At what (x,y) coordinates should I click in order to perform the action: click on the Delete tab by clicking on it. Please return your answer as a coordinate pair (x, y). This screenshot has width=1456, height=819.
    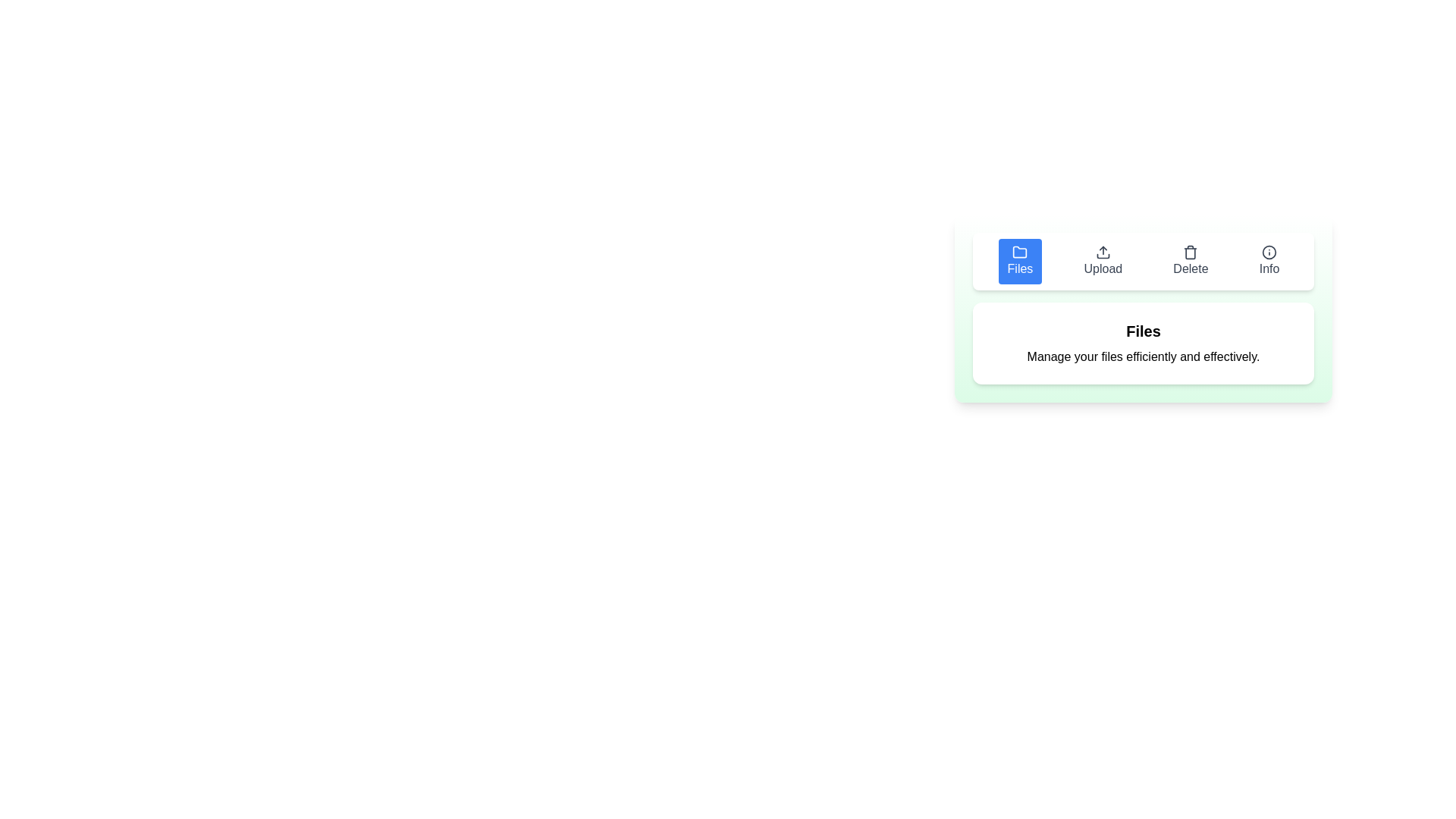
    Looking at the image, I should click on (1189, 260).